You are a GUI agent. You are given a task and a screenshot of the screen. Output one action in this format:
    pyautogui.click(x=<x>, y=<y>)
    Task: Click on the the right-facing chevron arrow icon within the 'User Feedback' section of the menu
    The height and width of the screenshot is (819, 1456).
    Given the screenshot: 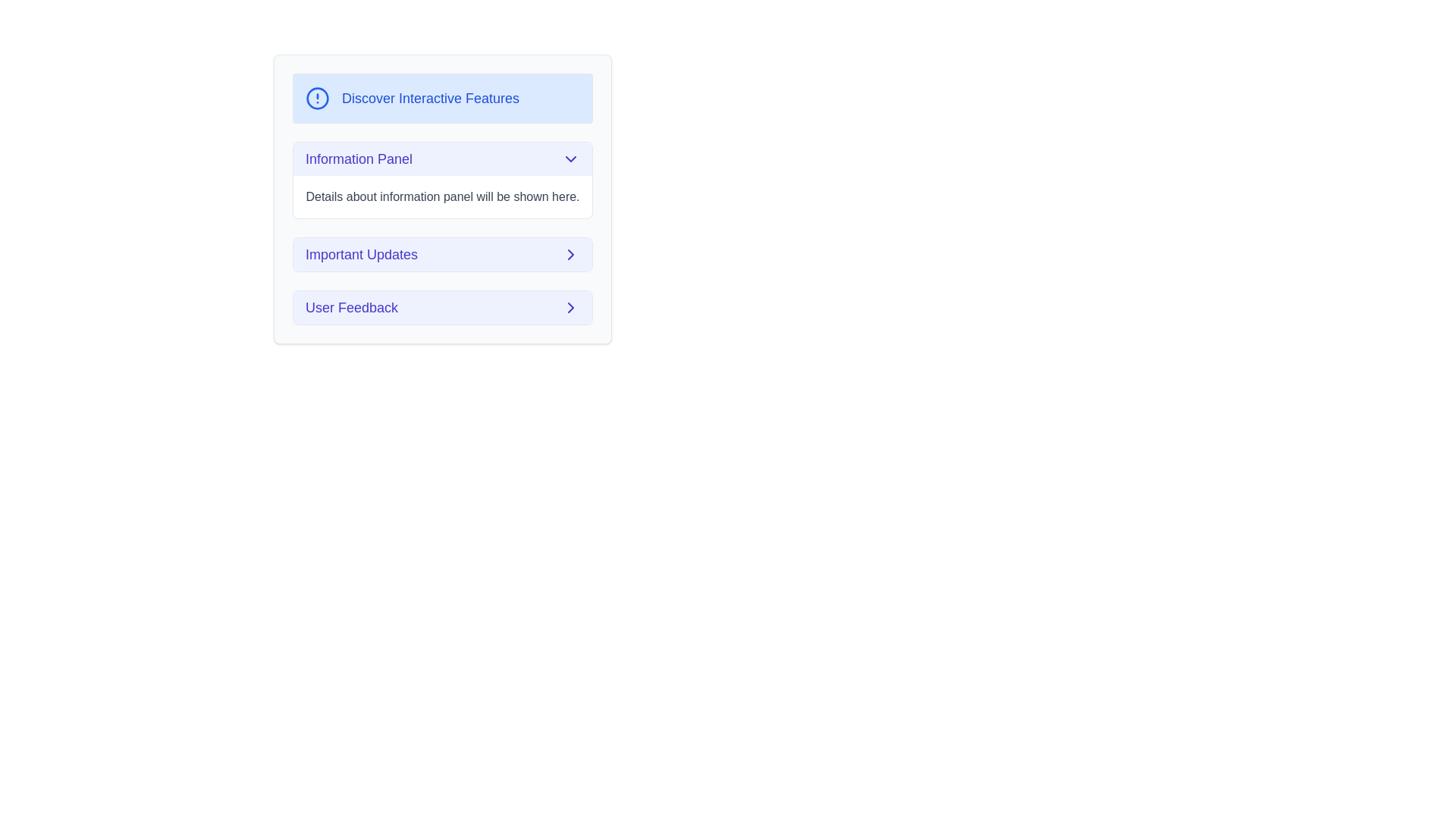 What is the action you would take?
    pyautogui.click(x=570, y=253)
    